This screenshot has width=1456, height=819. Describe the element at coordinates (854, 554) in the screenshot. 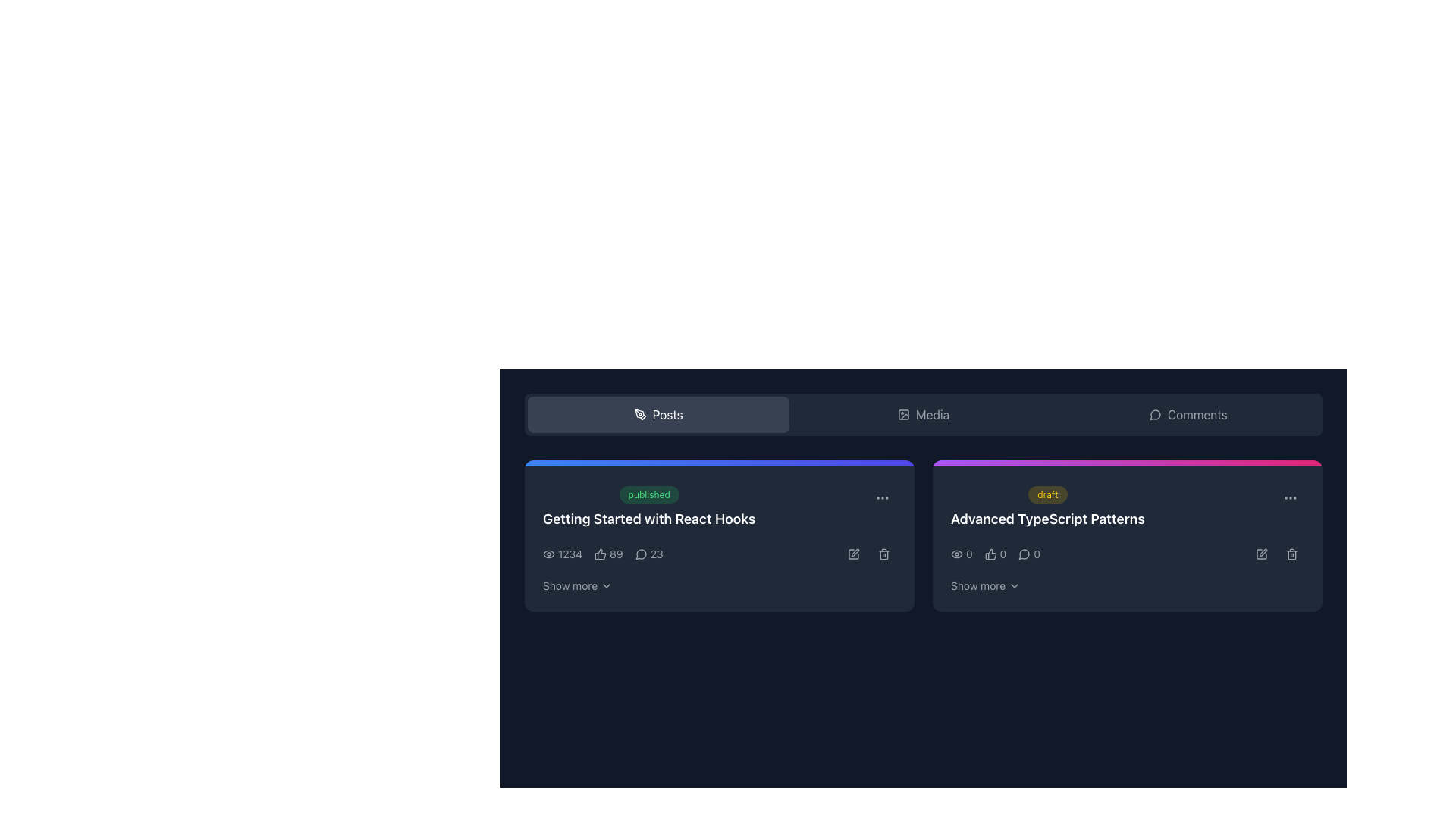

I see `the circular button with a pen icon located in the first post card at the bottom-right corner` at that location.